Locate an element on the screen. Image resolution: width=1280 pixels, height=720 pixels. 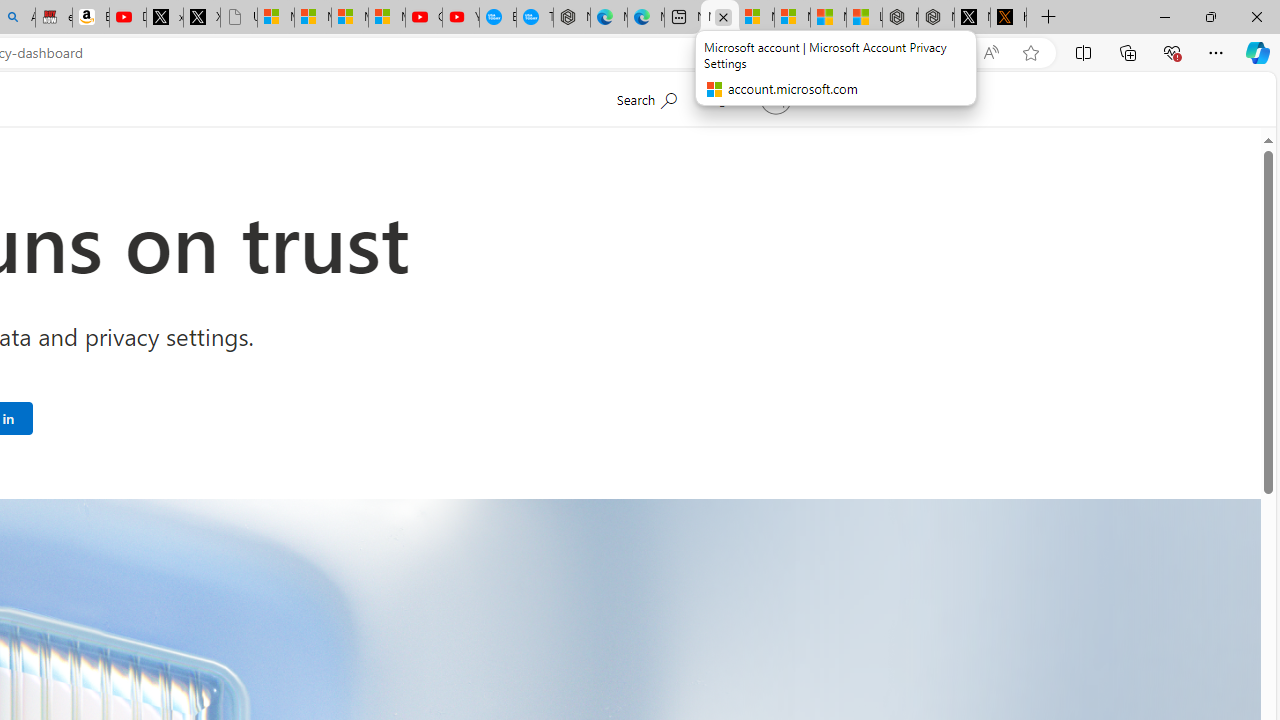
'Add this page to favorites (Ctrl+D)' is located at coordinates (1031, 52).